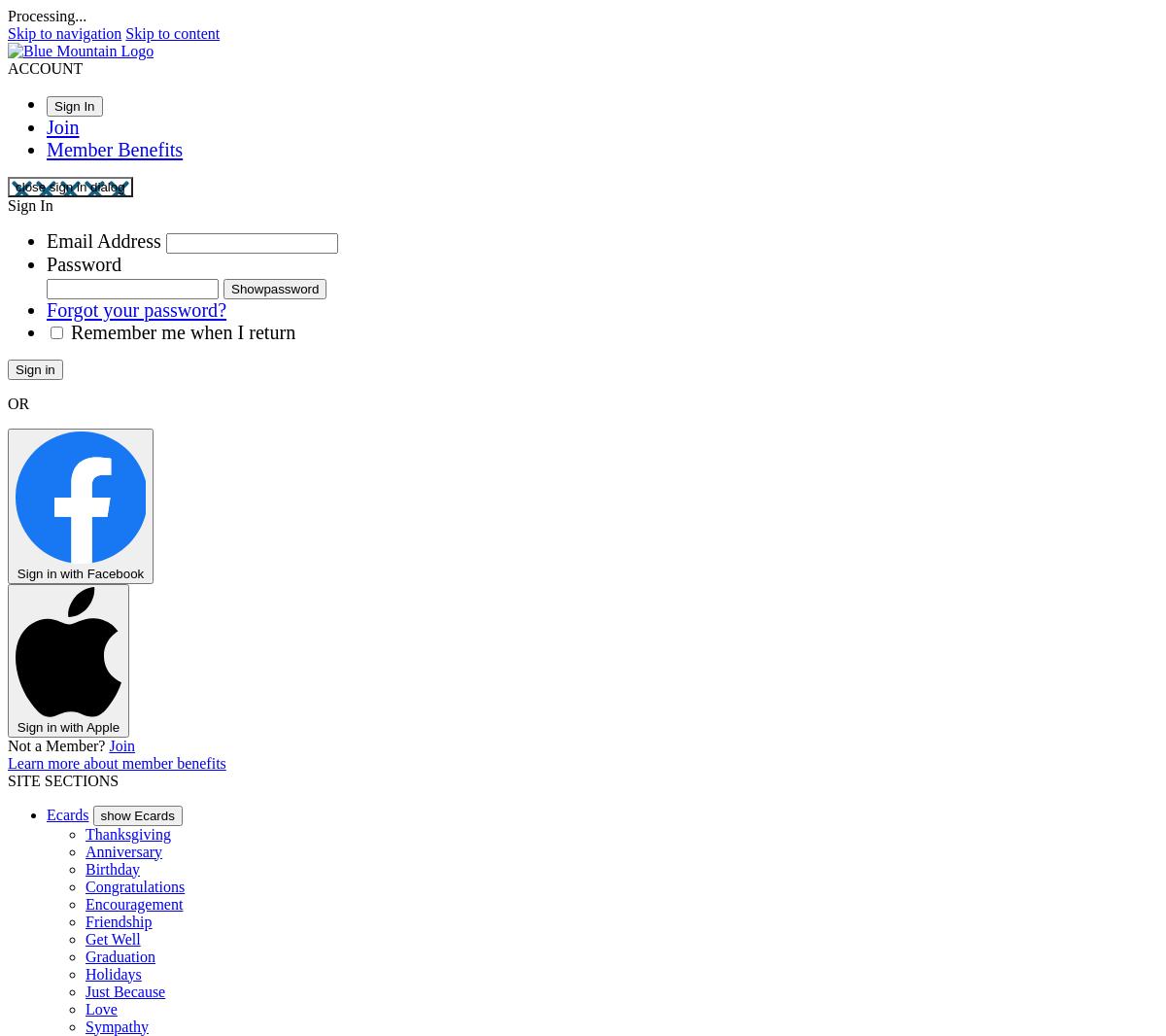 The image size is (1166, 1036). What do you see at coordinates (99, 814) in the screenshot?
I see `'show Ecards'` at bounding box center [99, 814].